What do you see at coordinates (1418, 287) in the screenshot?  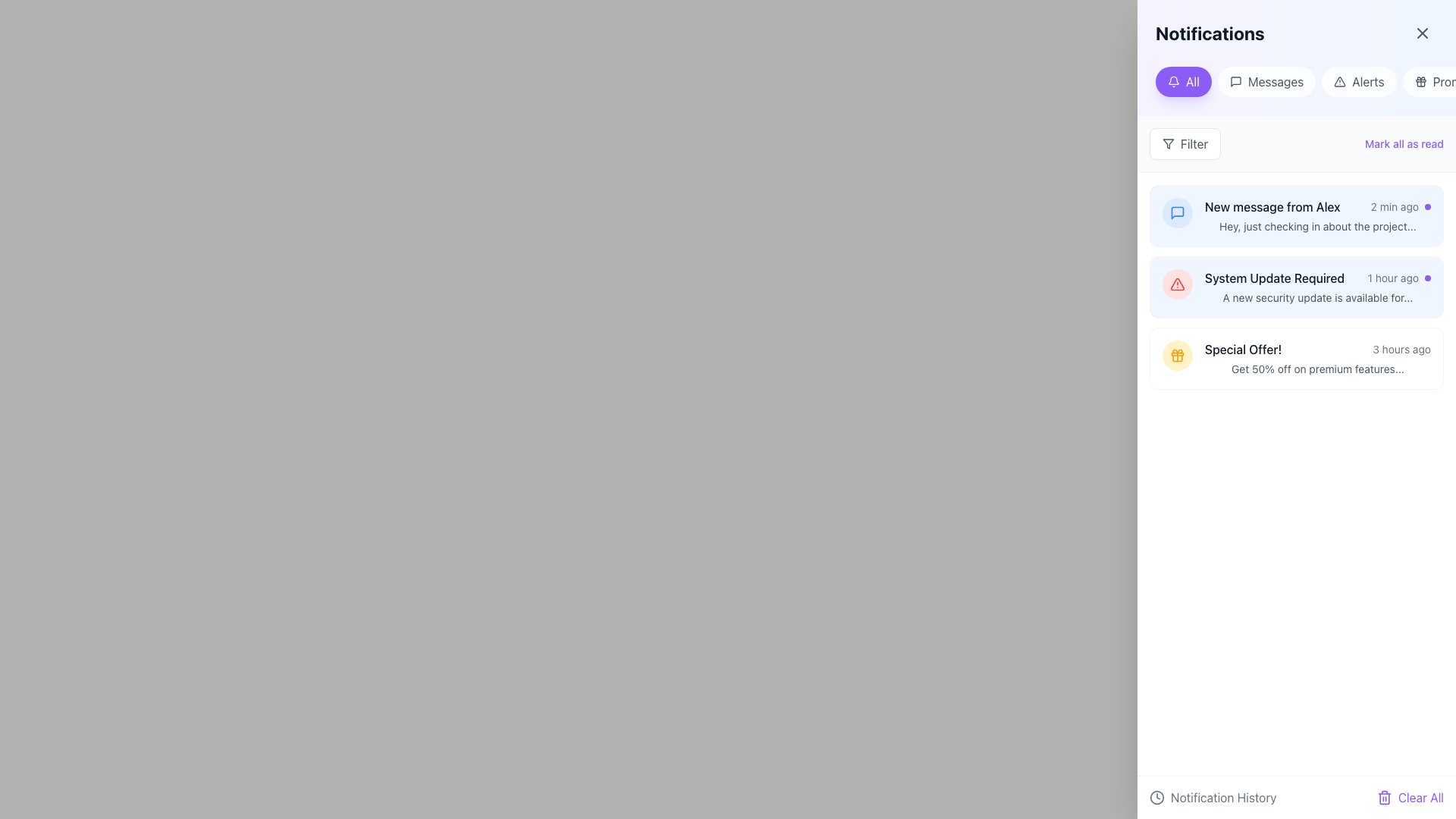 I see `the vertical ellipsis icon located near the right edge of the notification panel` at bounding box center [1418, 287].